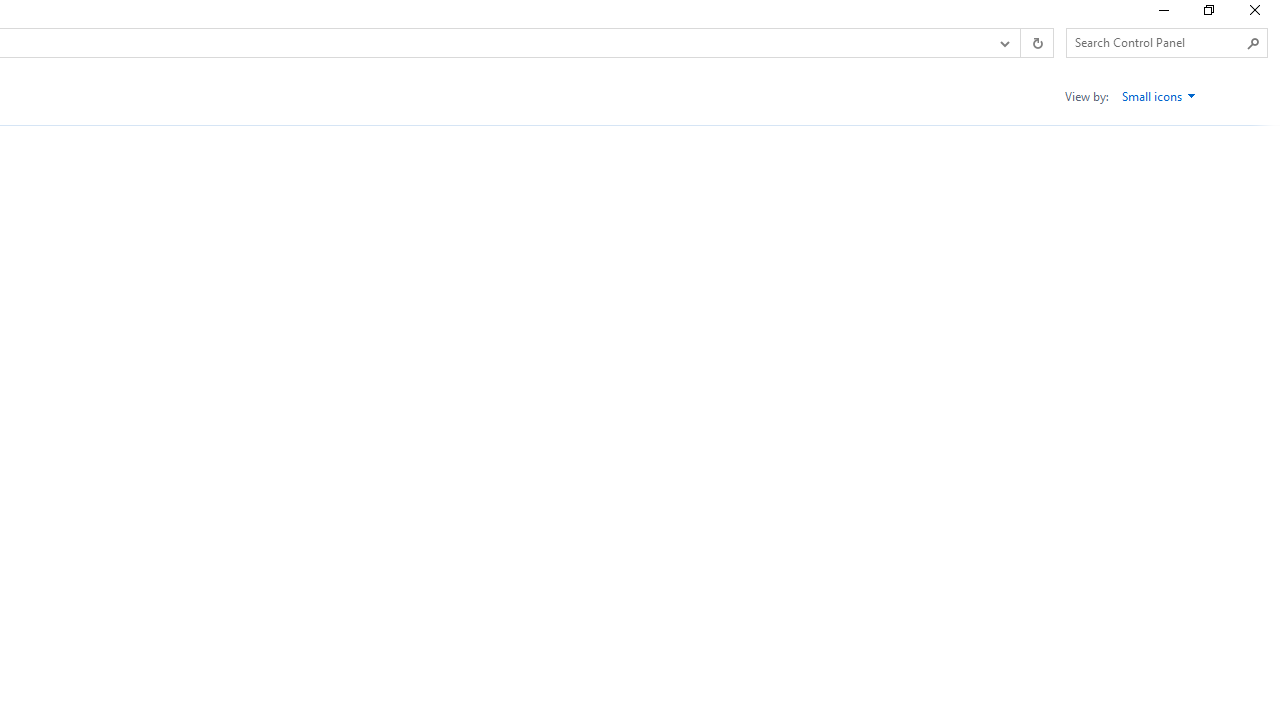 The width and height of the screenshot is (1280, 720). What do you see at coordinates (1157, 42) in the screenshot?
I see `'Search Box'` at bounding box center [1157, 42].